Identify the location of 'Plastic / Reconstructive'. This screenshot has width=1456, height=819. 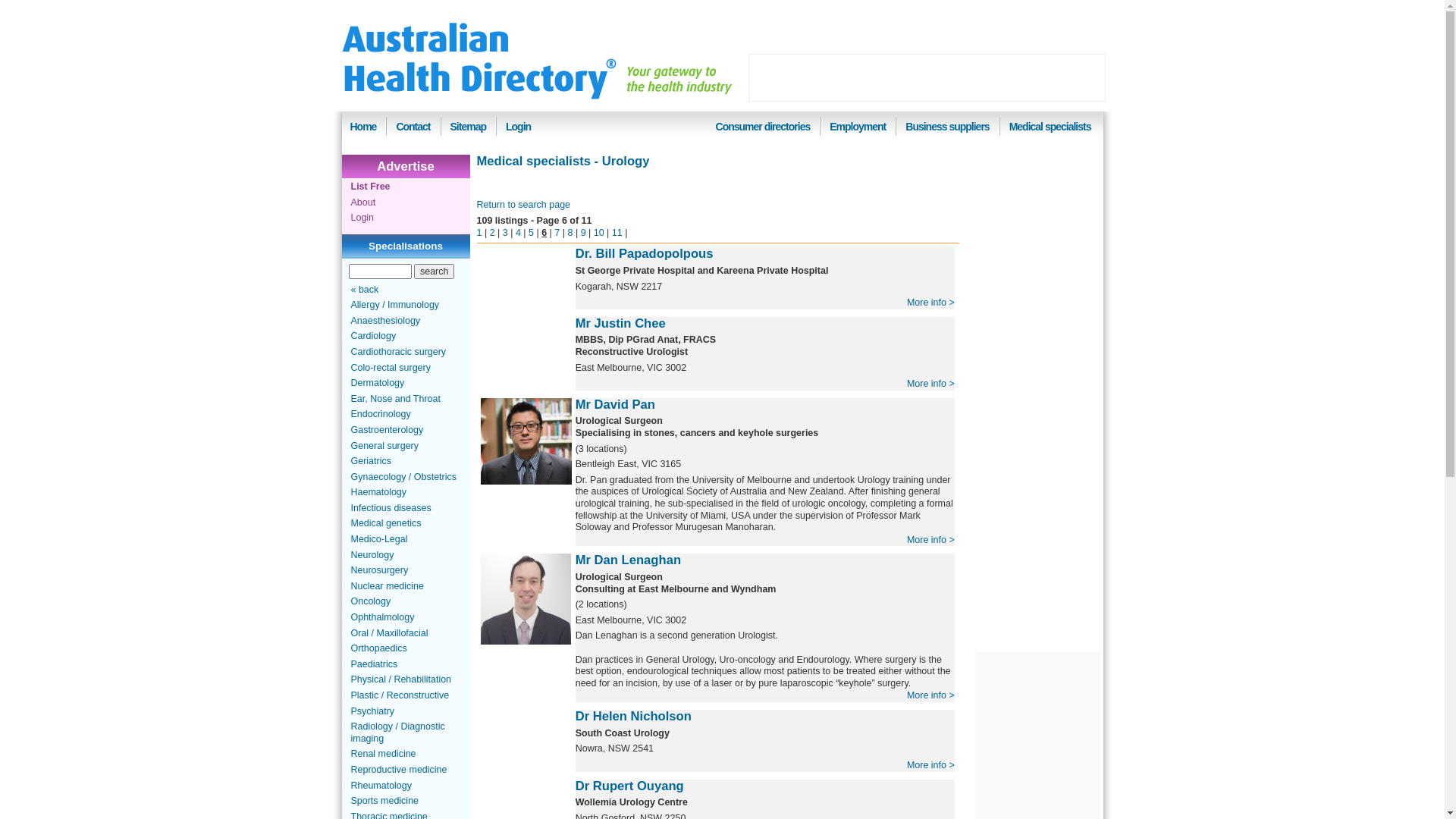
(400, 695).